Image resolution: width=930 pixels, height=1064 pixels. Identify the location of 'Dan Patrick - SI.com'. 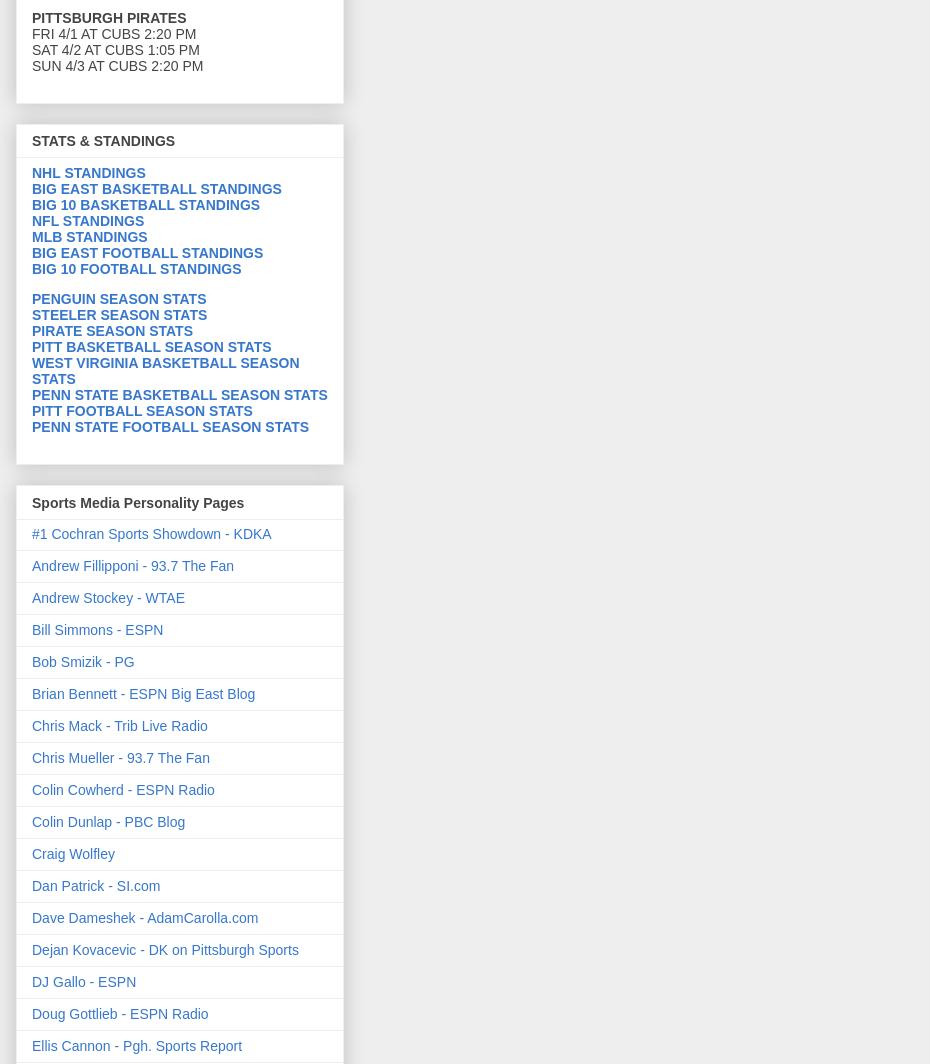
(95, 885).